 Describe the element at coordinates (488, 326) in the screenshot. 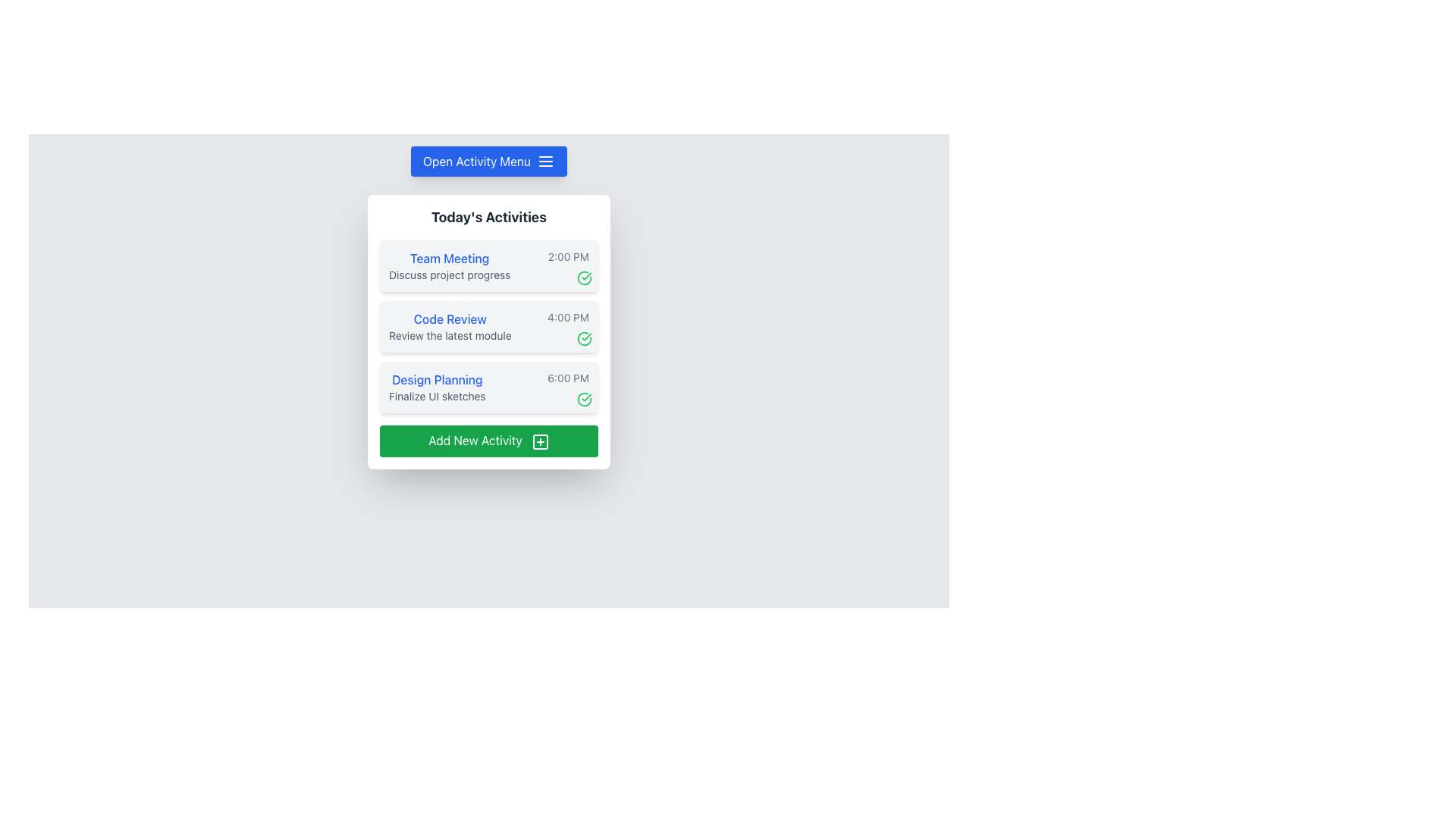

I see `the Activity Card that is the middle card in a vertical stack of three cards titled 'Today's Activities', featuring a blue title, gray description, and a green check-circle icon` at that location.